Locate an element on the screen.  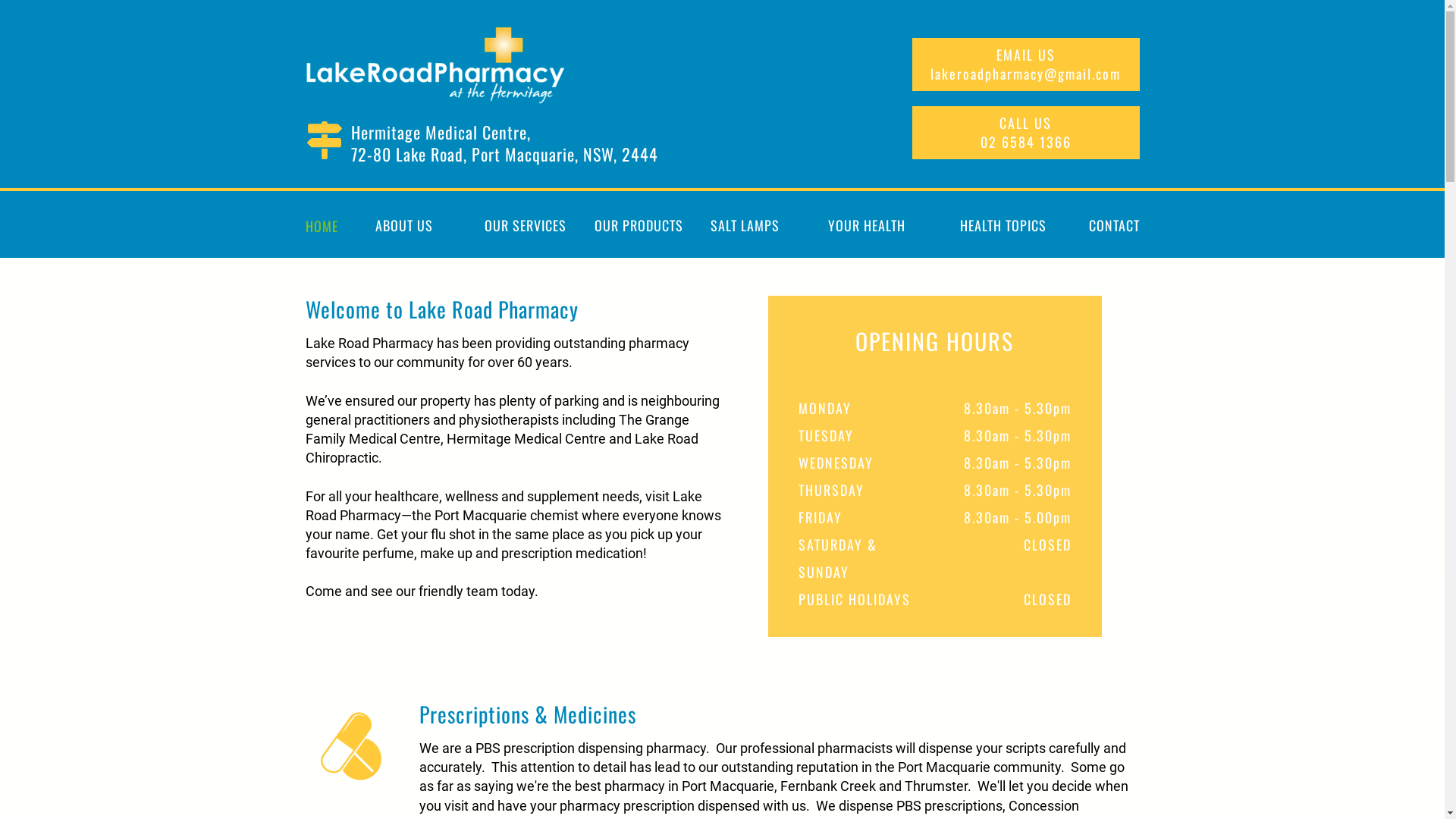
'YOUR HEALTH' is located at coordinates (866, 225).